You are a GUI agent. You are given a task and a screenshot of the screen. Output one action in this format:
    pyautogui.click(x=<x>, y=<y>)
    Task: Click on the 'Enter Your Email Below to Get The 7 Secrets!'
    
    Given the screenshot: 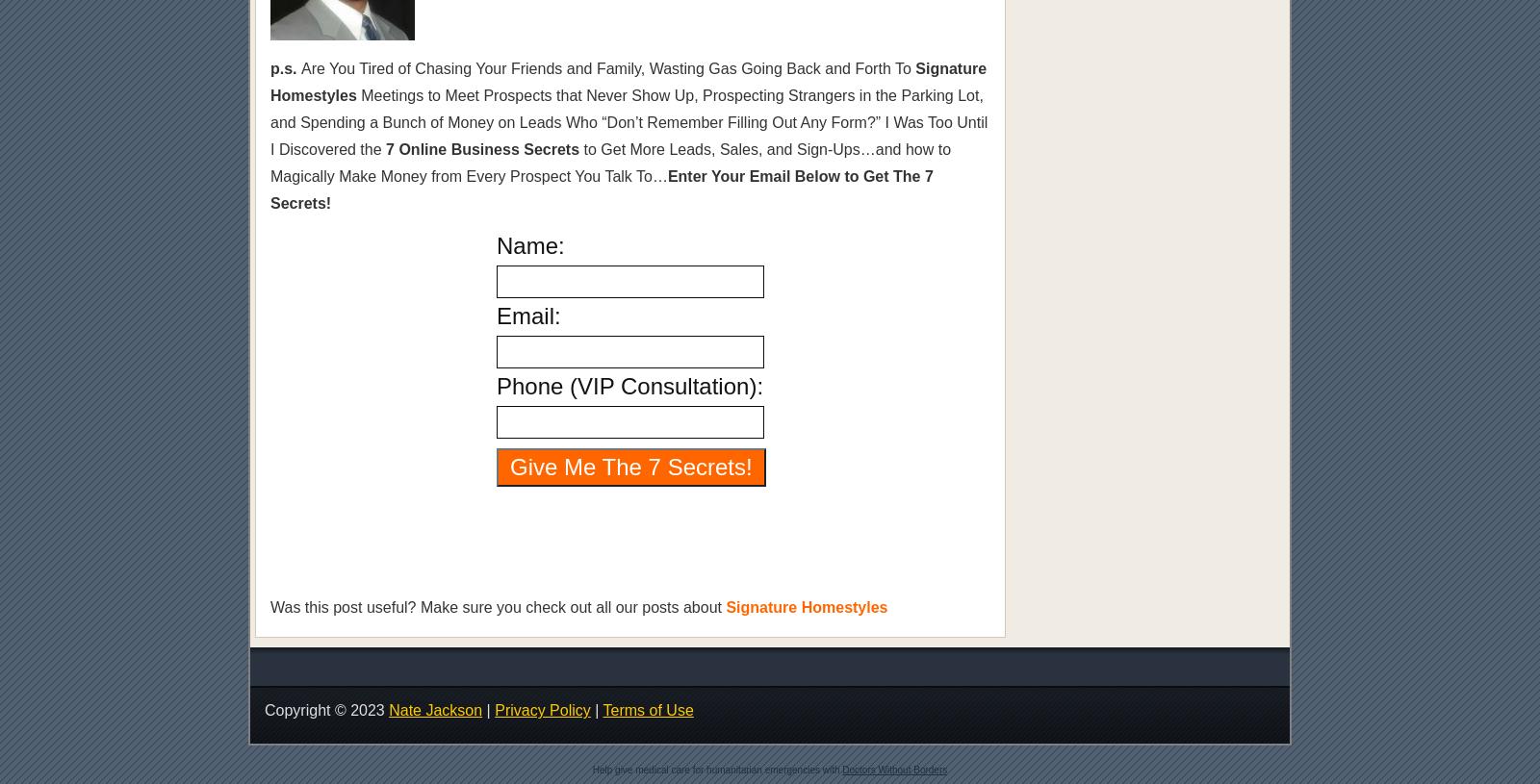 What is the action you would take?
    pyautogui.click(x=601, y=190)
    